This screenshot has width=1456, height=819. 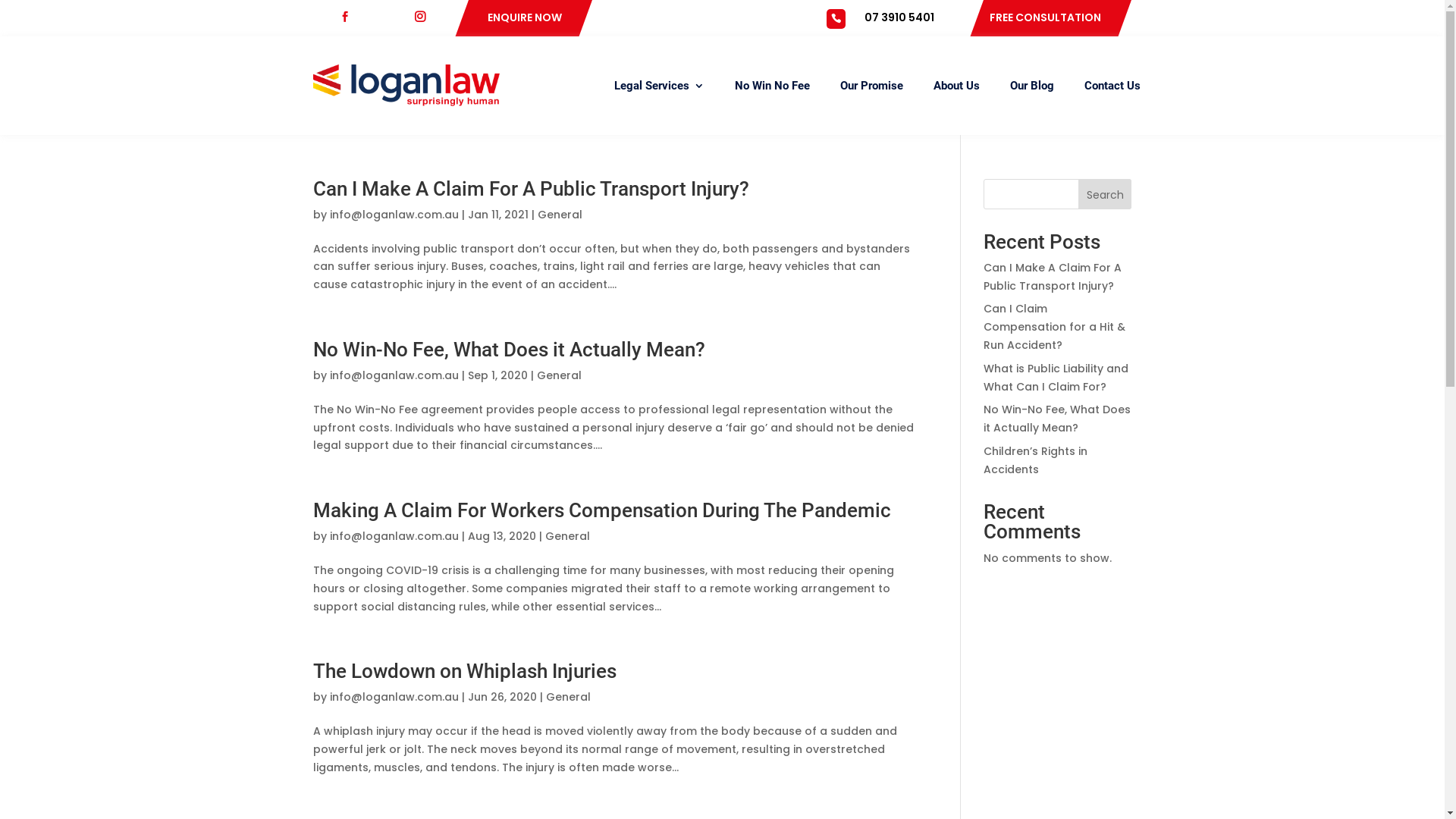 What do you see at coordinates (524, 17) in the screenshot?
I see `'ENQUIRE NOW'` at bounding box center [524, 17].